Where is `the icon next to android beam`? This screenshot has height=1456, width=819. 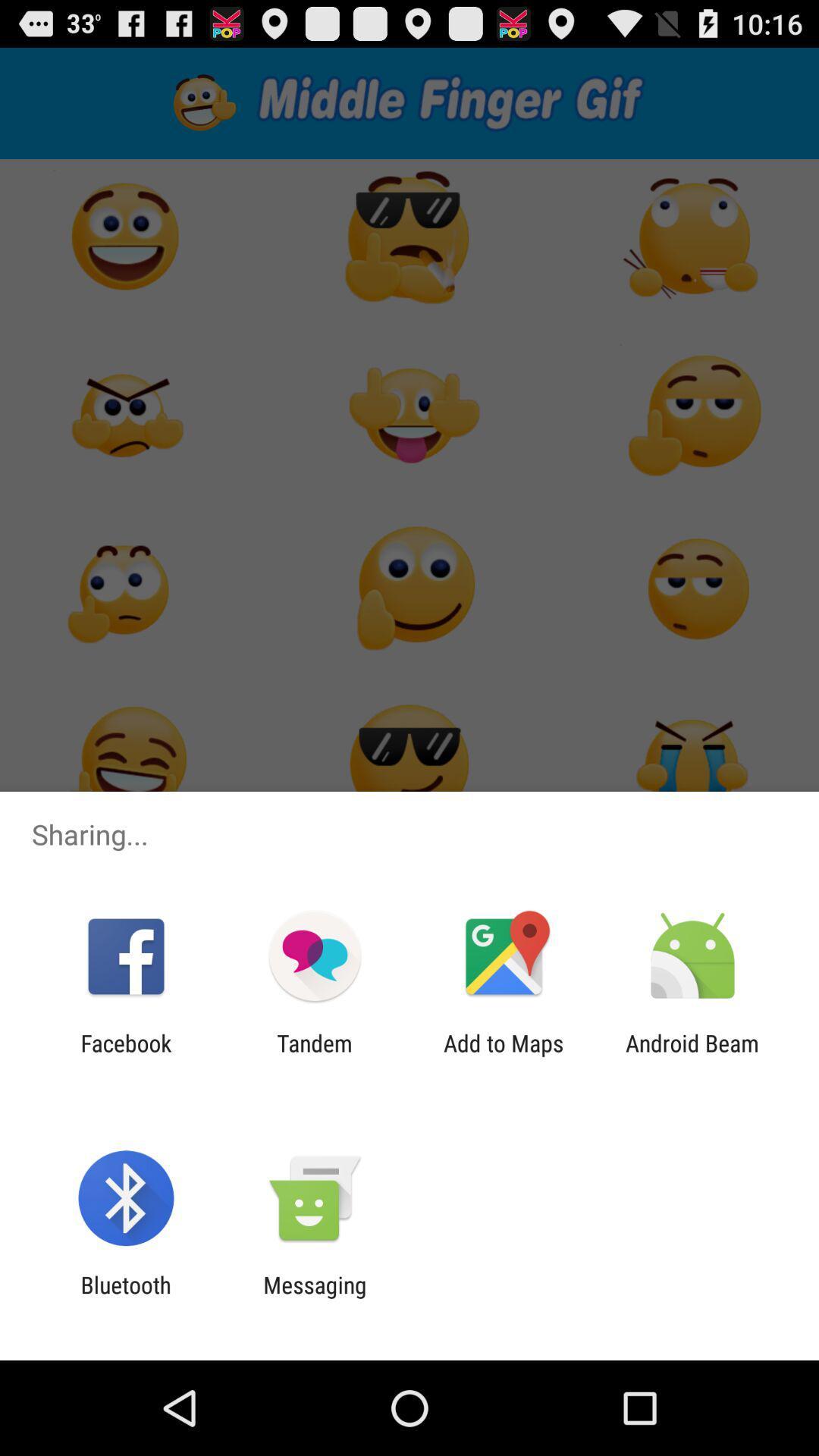 the icon next to android beam is located at coordinates (504, 1056).